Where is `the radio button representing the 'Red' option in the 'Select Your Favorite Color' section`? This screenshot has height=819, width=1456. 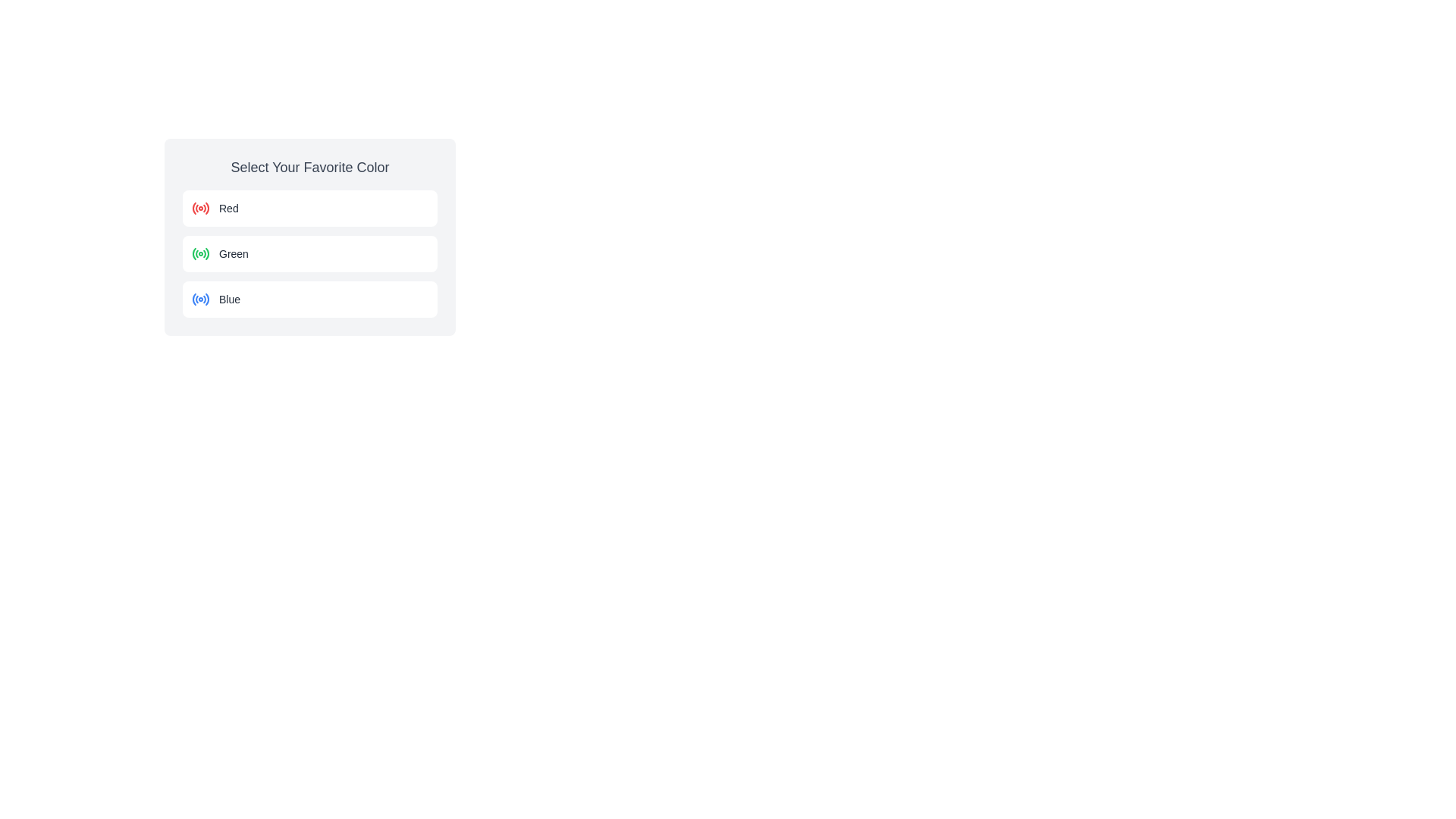
the radio button representing the 'Red' option in the 'Select Your Favorite Color' section is located at coordinates (199, 208).